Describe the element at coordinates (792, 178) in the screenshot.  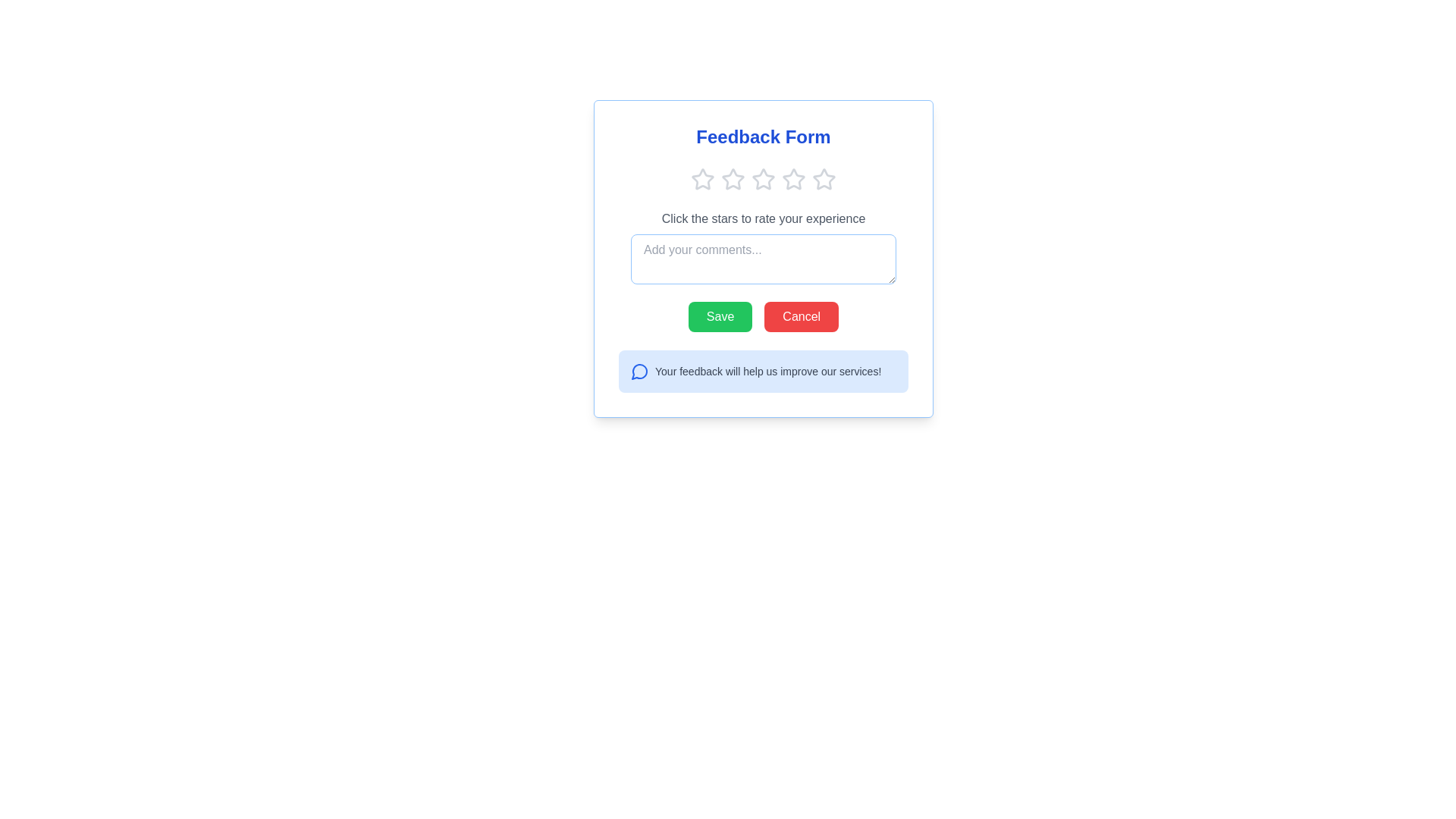
I see `the seventh star in the rating system for user feedback by moving the cursor to its center` at that location.